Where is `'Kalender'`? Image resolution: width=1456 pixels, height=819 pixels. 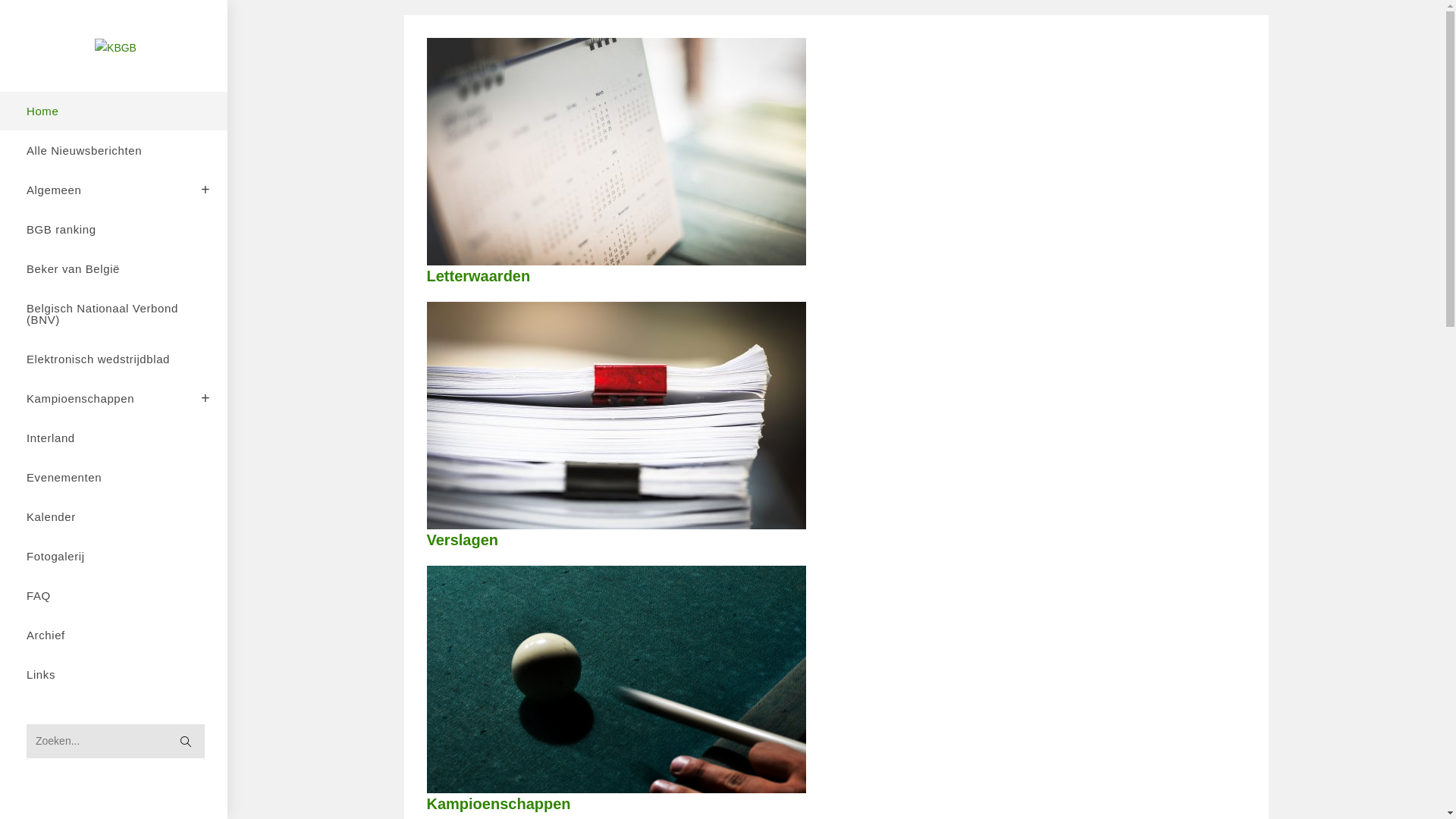
'Kalender' is located at coordinates (112, 516).